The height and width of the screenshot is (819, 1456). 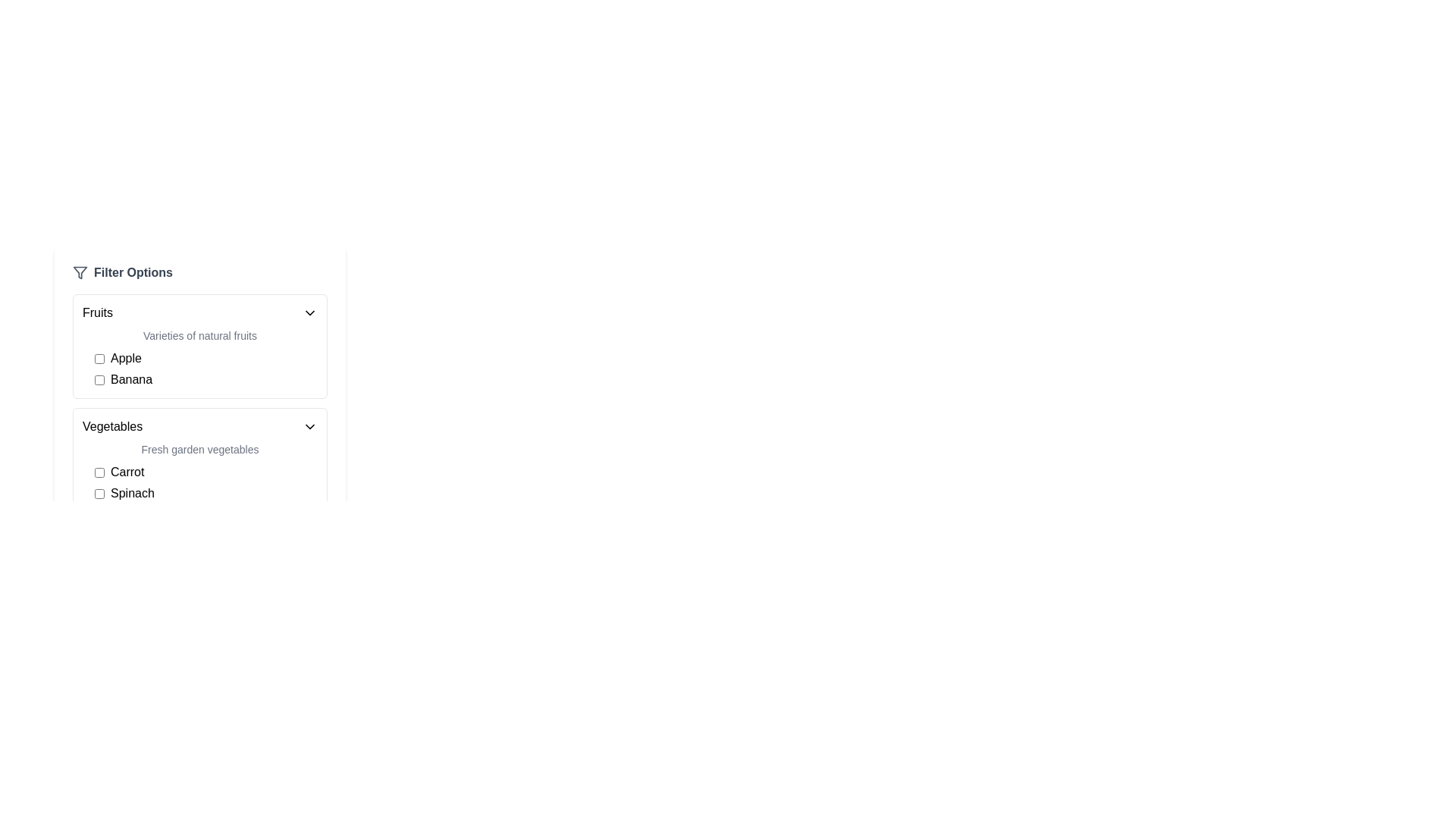 What do you see at coordinates (111, 427) in the screenshot?
I see `the 'Vegetables' header text label` at bounding box center [111, 427].